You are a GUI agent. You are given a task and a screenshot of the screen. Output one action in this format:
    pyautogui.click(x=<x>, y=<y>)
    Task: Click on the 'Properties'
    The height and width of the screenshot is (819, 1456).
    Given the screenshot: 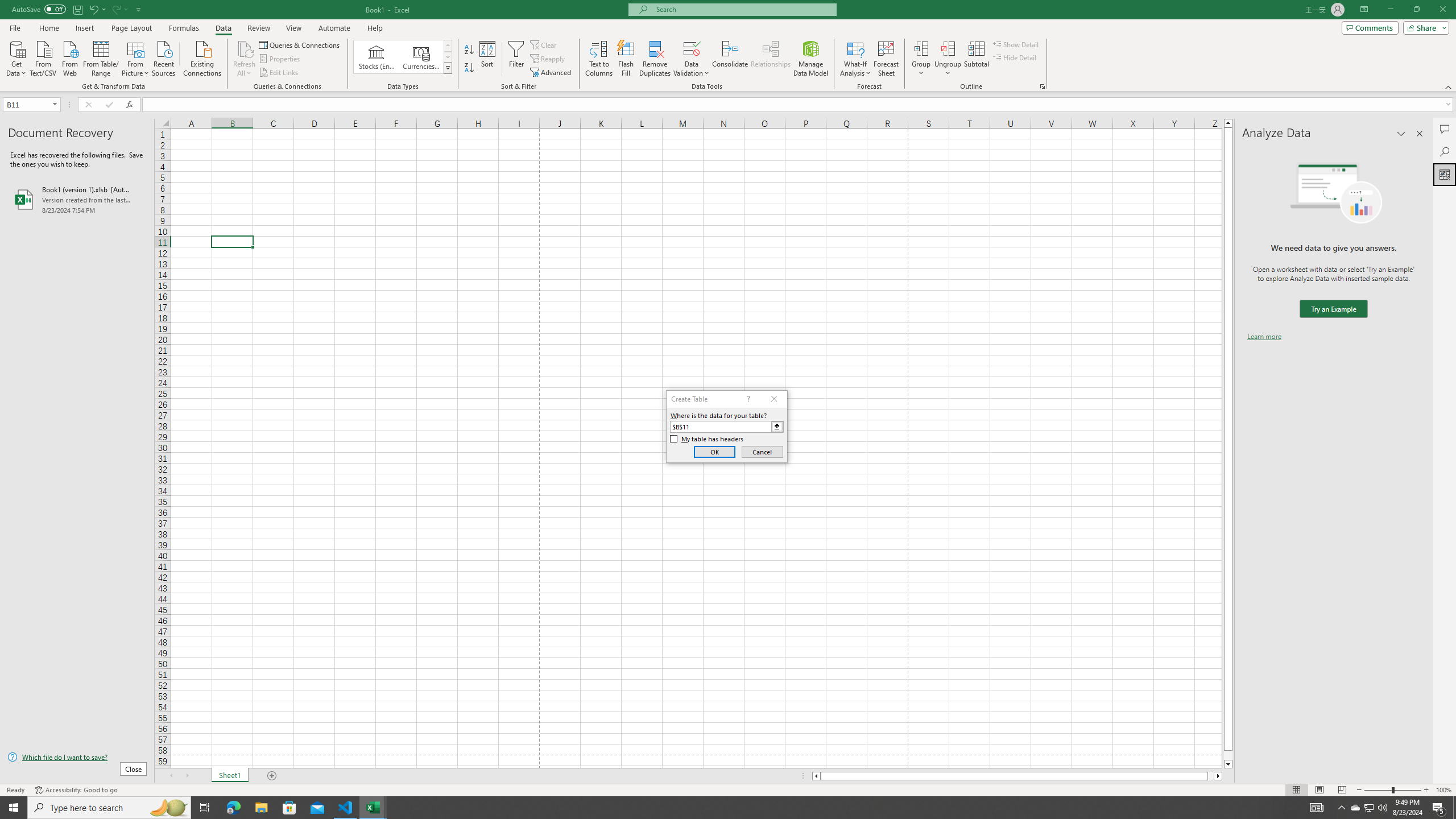 What is the action you would take?
    pyautogui.click(x=280, y=59)
    